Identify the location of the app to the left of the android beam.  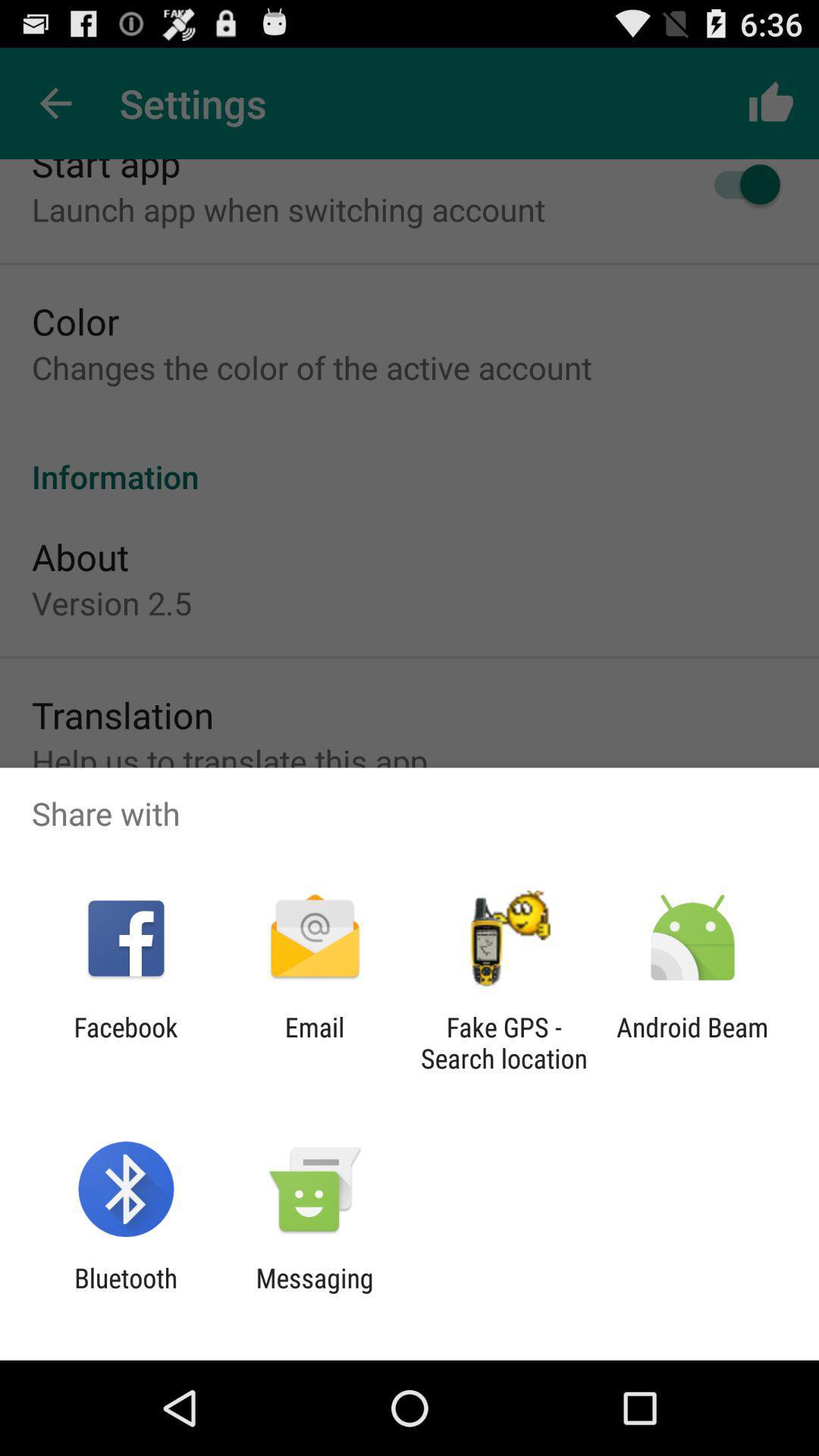
(504, 1042).